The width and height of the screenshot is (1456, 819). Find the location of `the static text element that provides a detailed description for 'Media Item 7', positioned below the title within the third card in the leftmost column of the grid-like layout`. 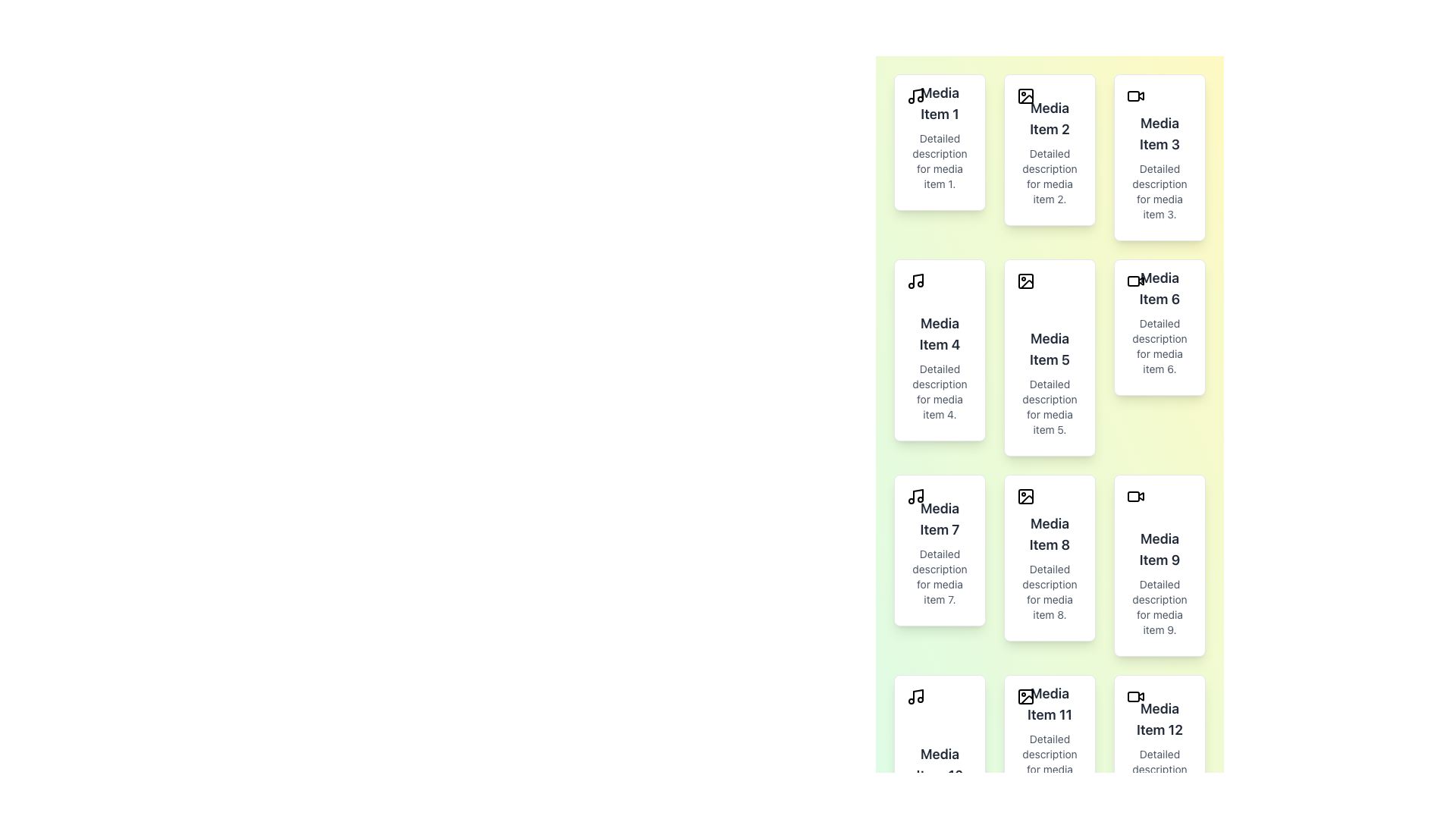

the static text element that provides a detailed description for 'Media Item 7', positioned below the title within the third card in the leftmost column of the grid-like layout is located at coordinates (939, 576).